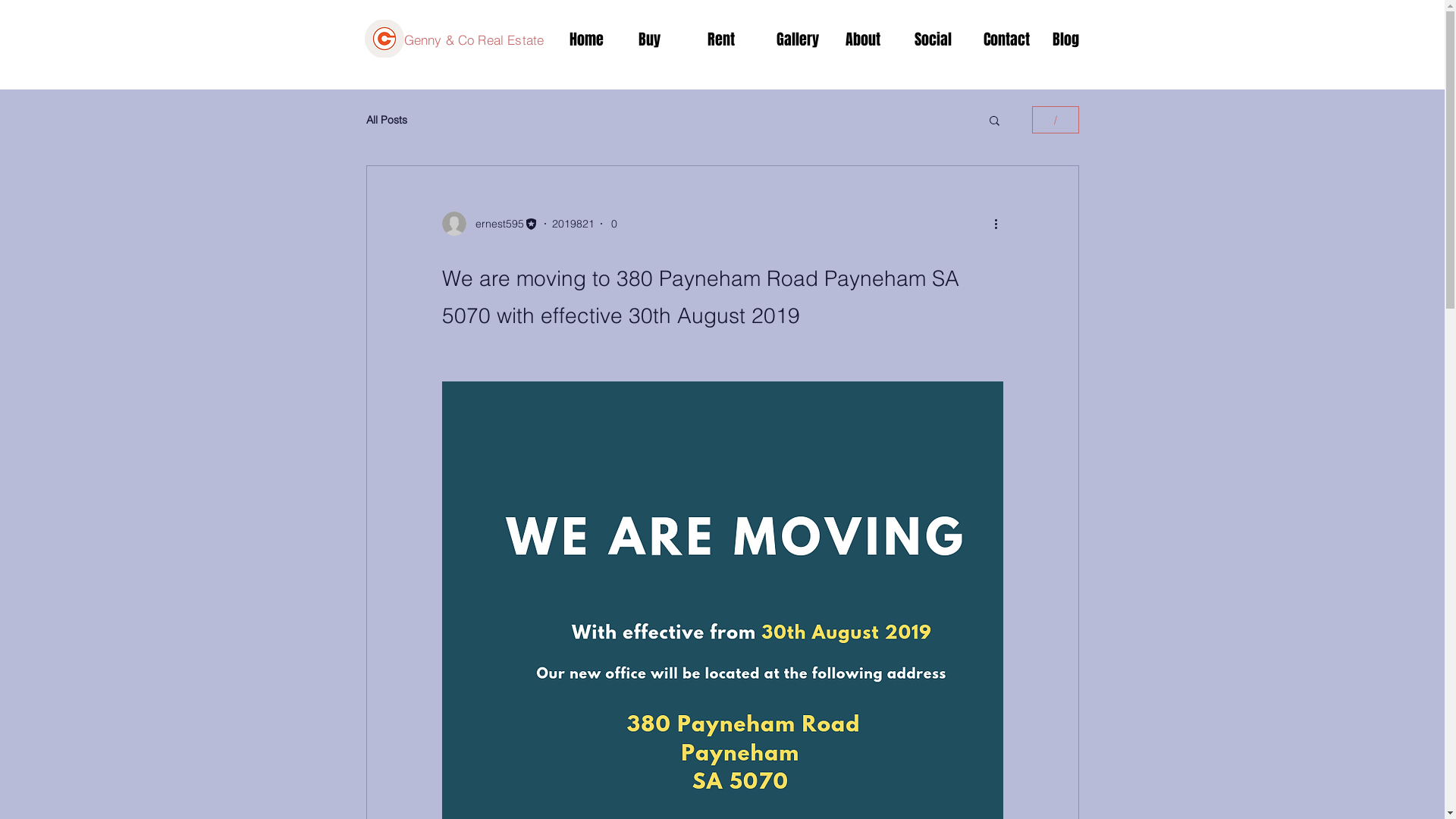 The width and height of the screenshot is (1456, 819). I want to click on 'Buy', so click(661, 38).